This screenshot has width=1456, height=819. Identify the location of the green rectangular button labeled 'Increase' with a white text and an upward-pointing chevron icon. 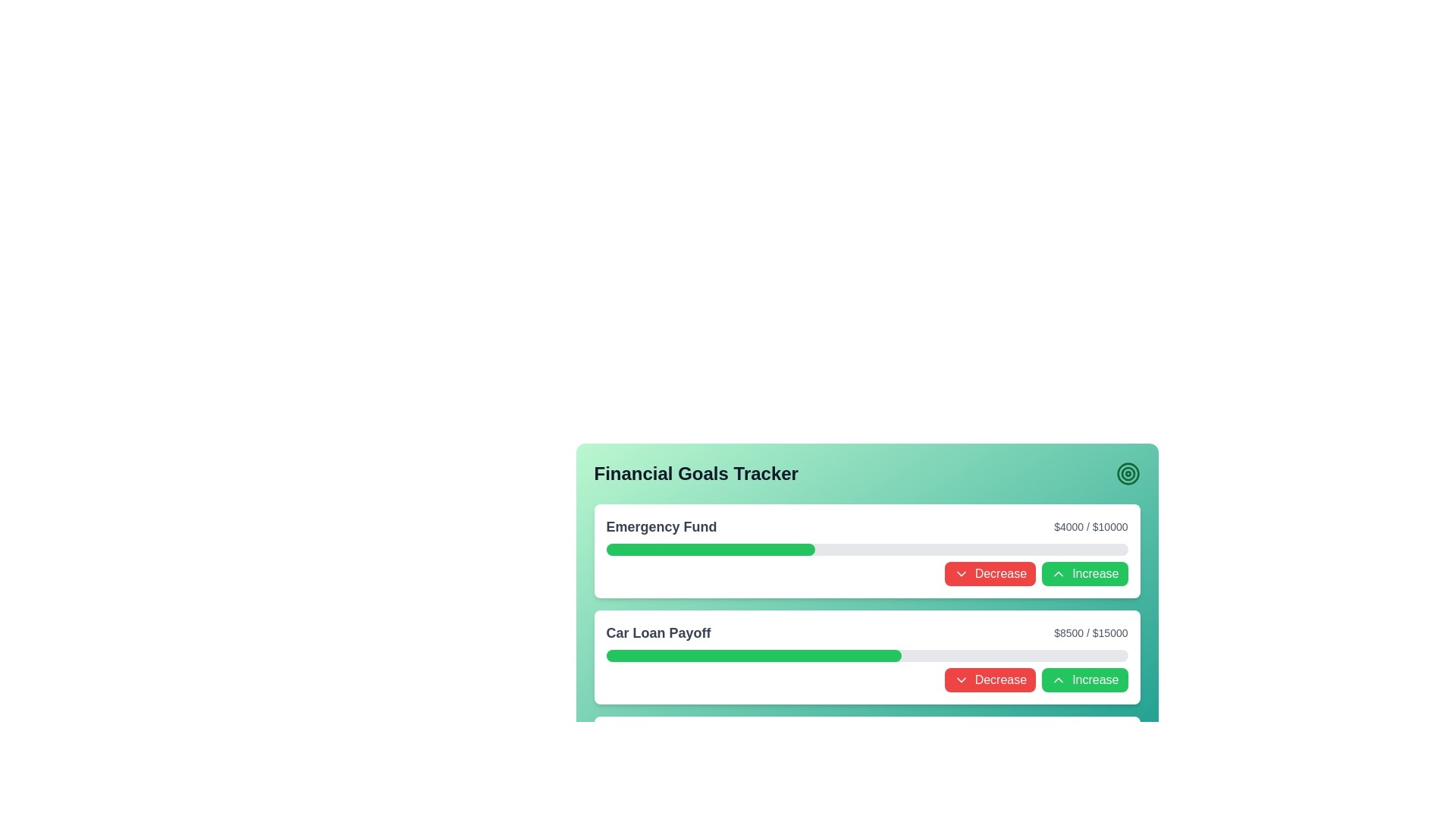
(1084, 679).